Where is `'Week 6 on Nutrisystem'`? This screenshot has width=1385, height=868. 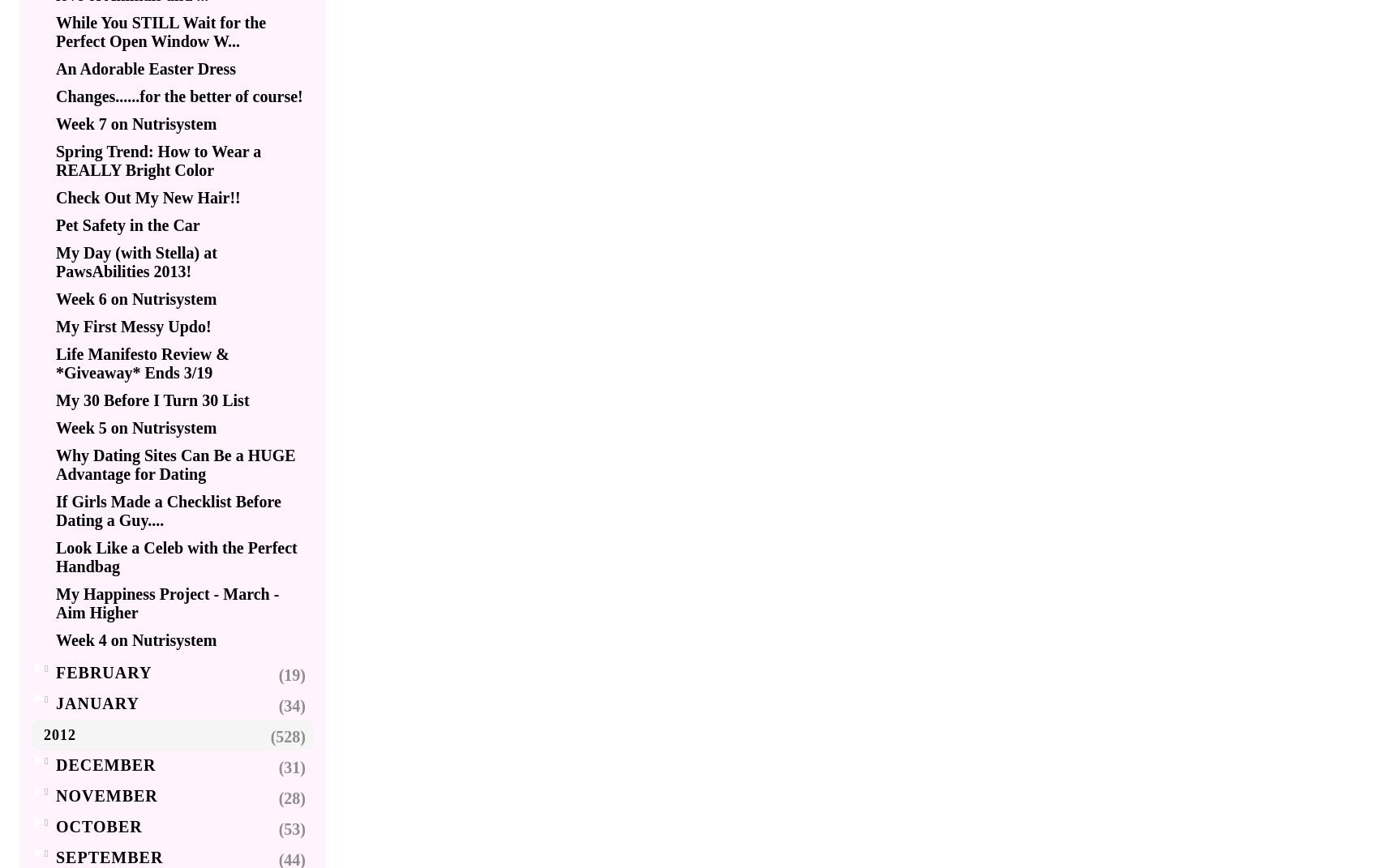
'Week 6 on Nutrisystem' is located at coordinates (136, 297).